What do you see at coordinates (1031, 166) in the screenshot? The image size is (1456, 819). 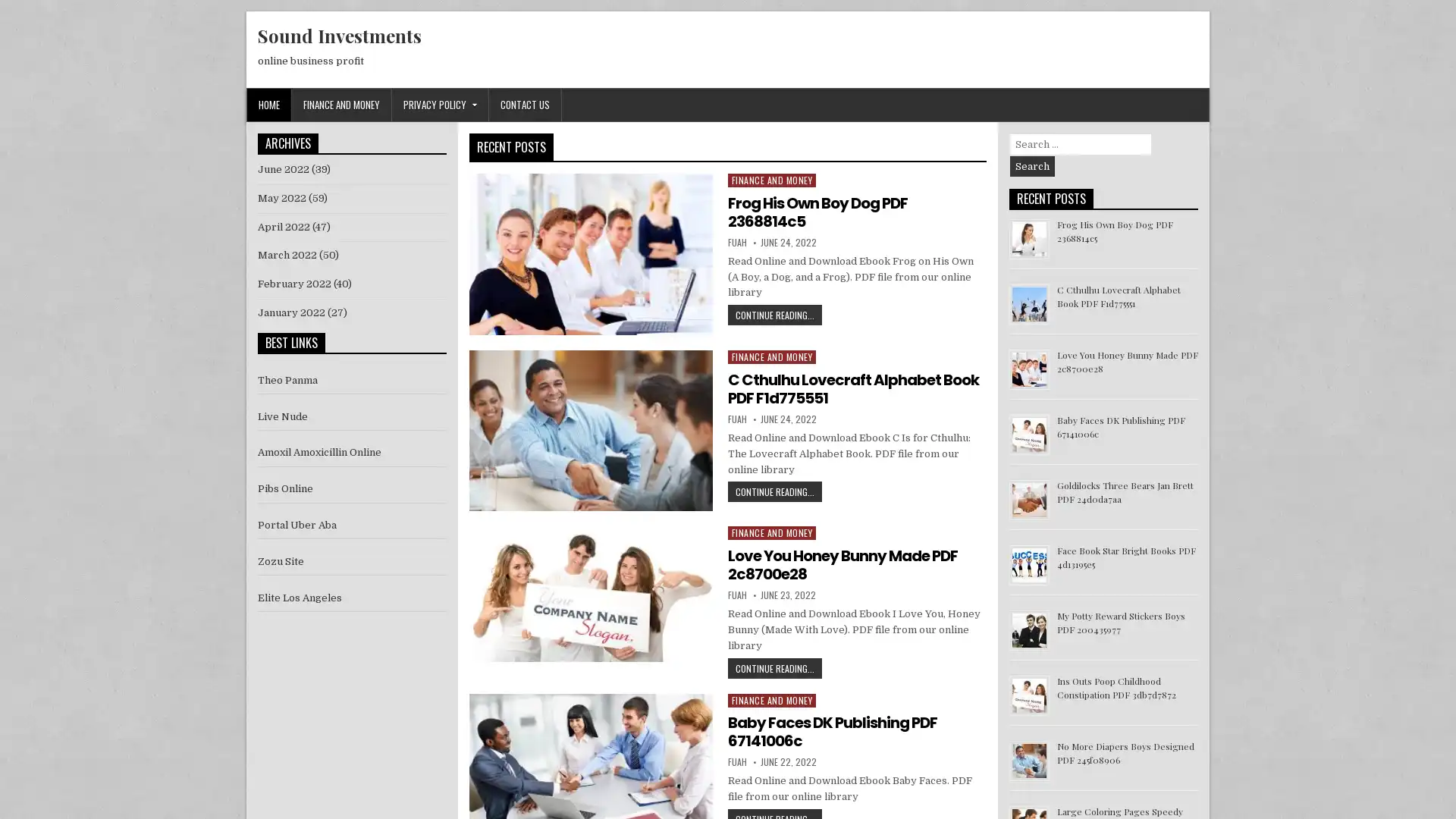 I see `Search` at bounding box center [1031, 166].